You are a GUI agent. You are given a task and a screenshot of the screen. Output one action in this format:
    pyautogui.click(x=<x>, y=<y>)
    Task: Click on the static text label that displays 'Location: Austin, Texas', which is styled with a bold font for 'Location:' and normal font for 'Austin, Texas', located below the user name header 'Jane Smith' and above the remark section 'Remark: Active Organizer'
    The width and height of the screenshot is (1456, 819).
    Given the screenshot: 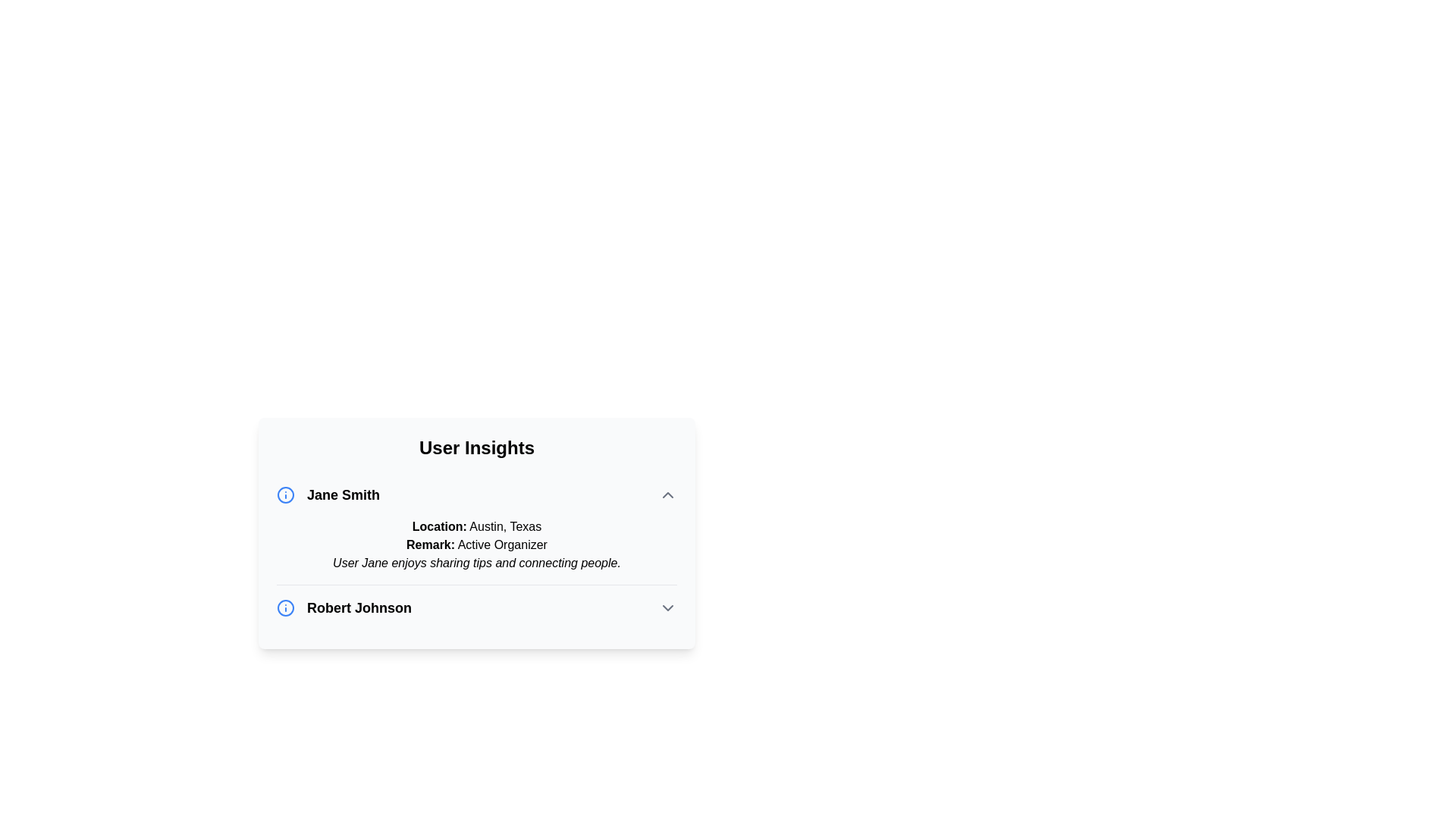 What is the action you would take?
    pyautogui.click(x=475, y=526)
    